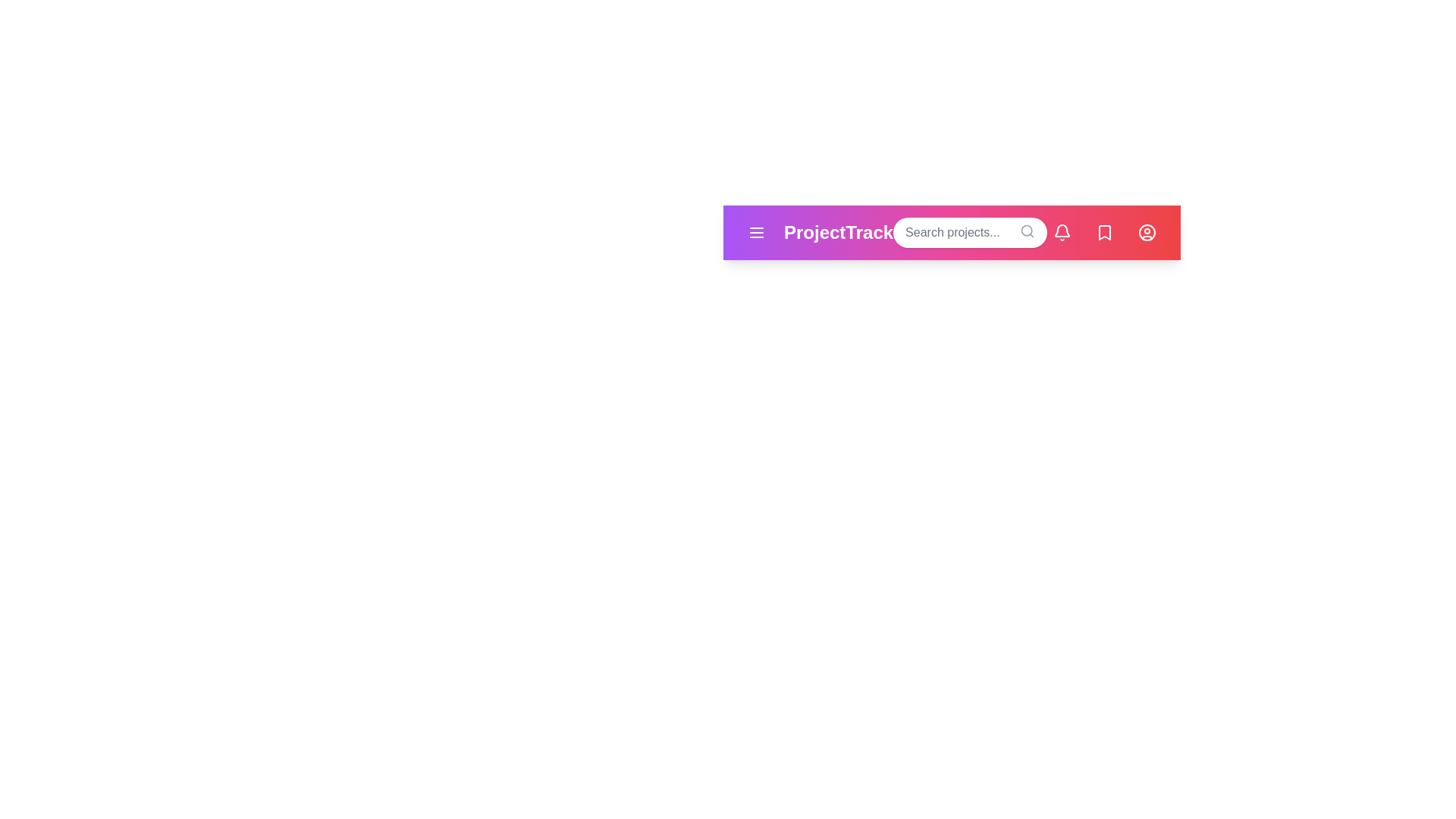 The height and width of the screenshot is (819, 1456). I want to click on the search icon to initiate a search, so click(1027, 231).